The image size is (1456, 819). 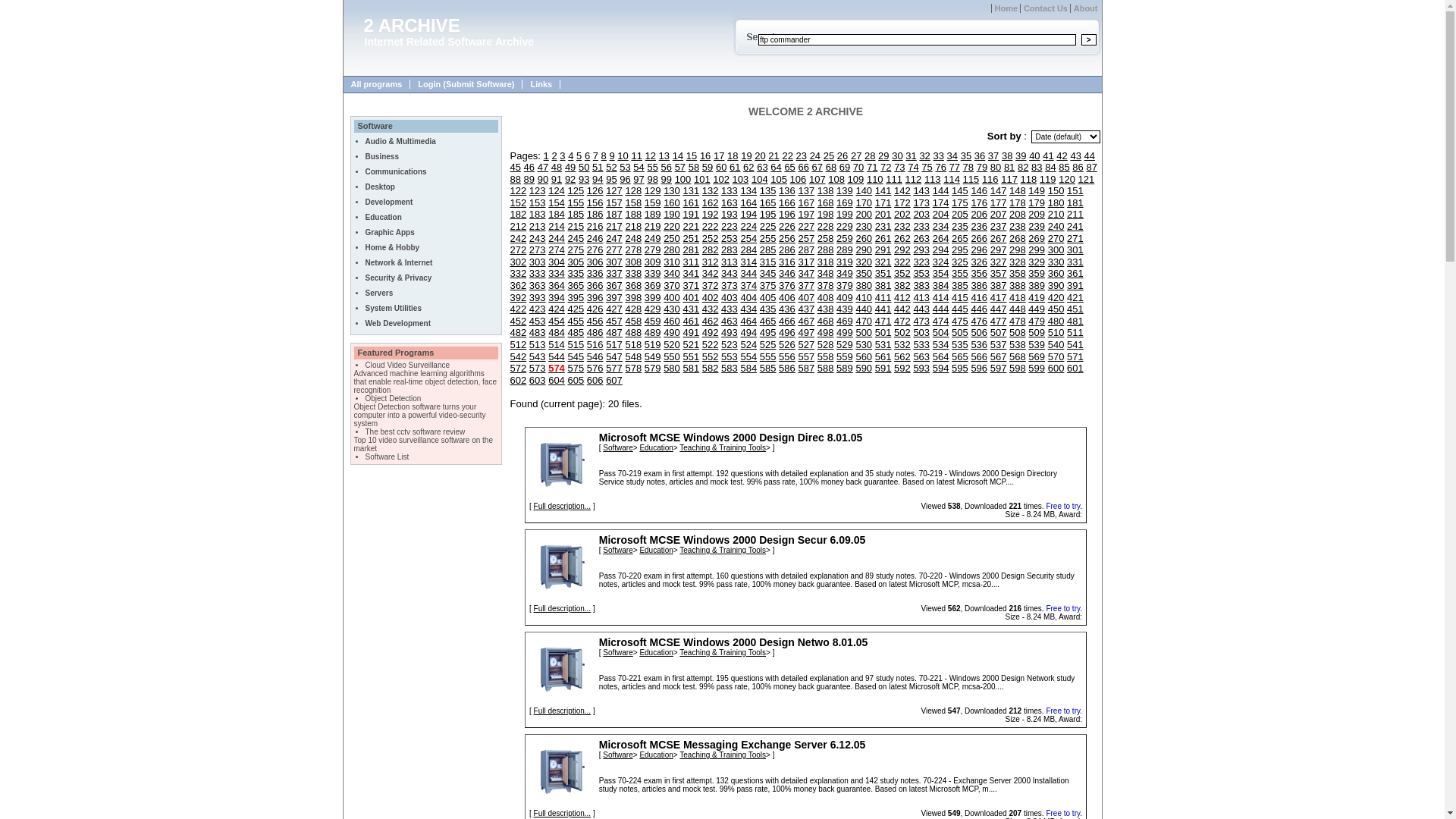 What do you see at coordinates (729, 320) in the screenshot?
I see `'463'` at bounding box center [729, 320].